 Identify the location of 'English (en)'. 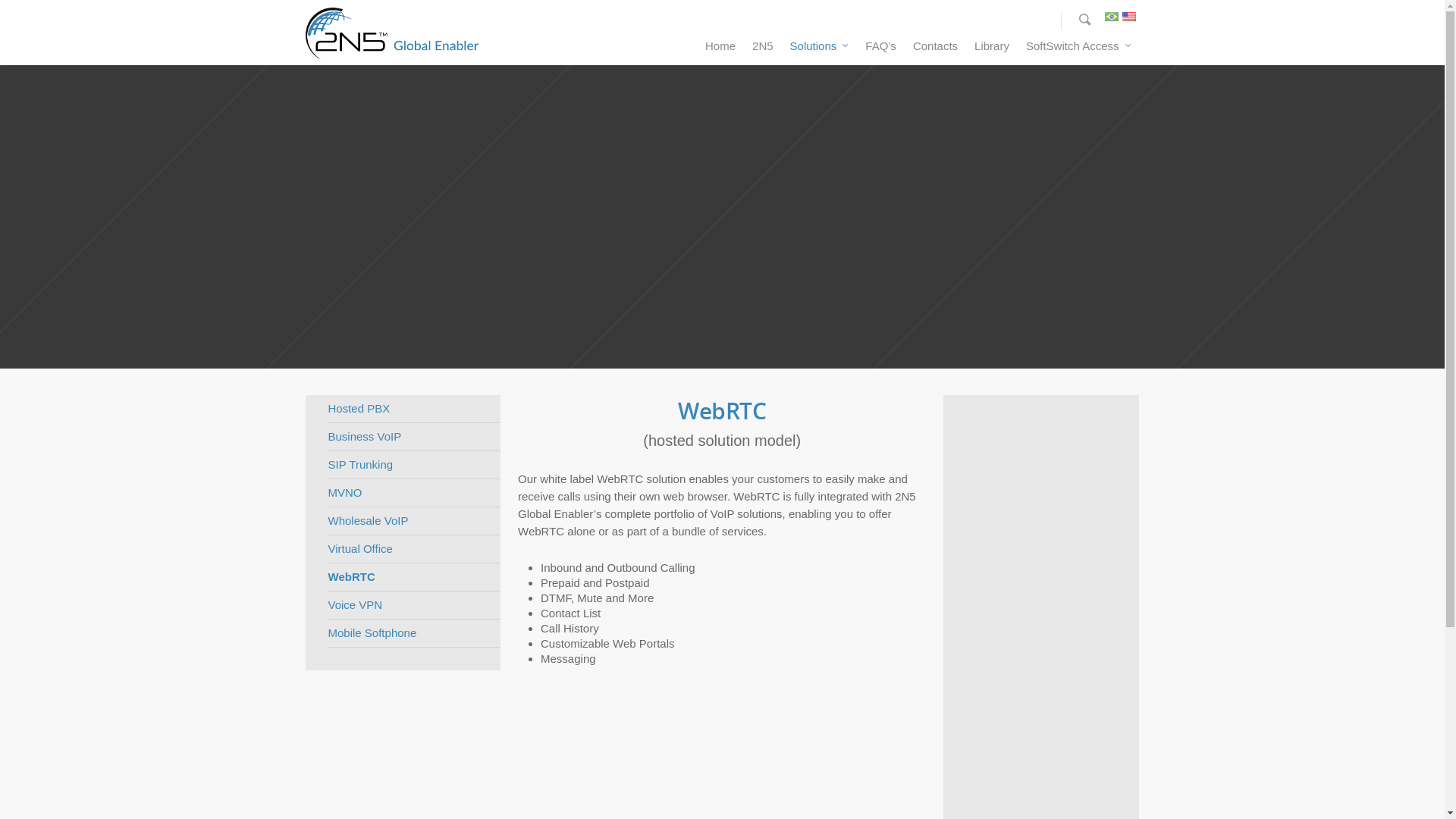
(1128, 20).